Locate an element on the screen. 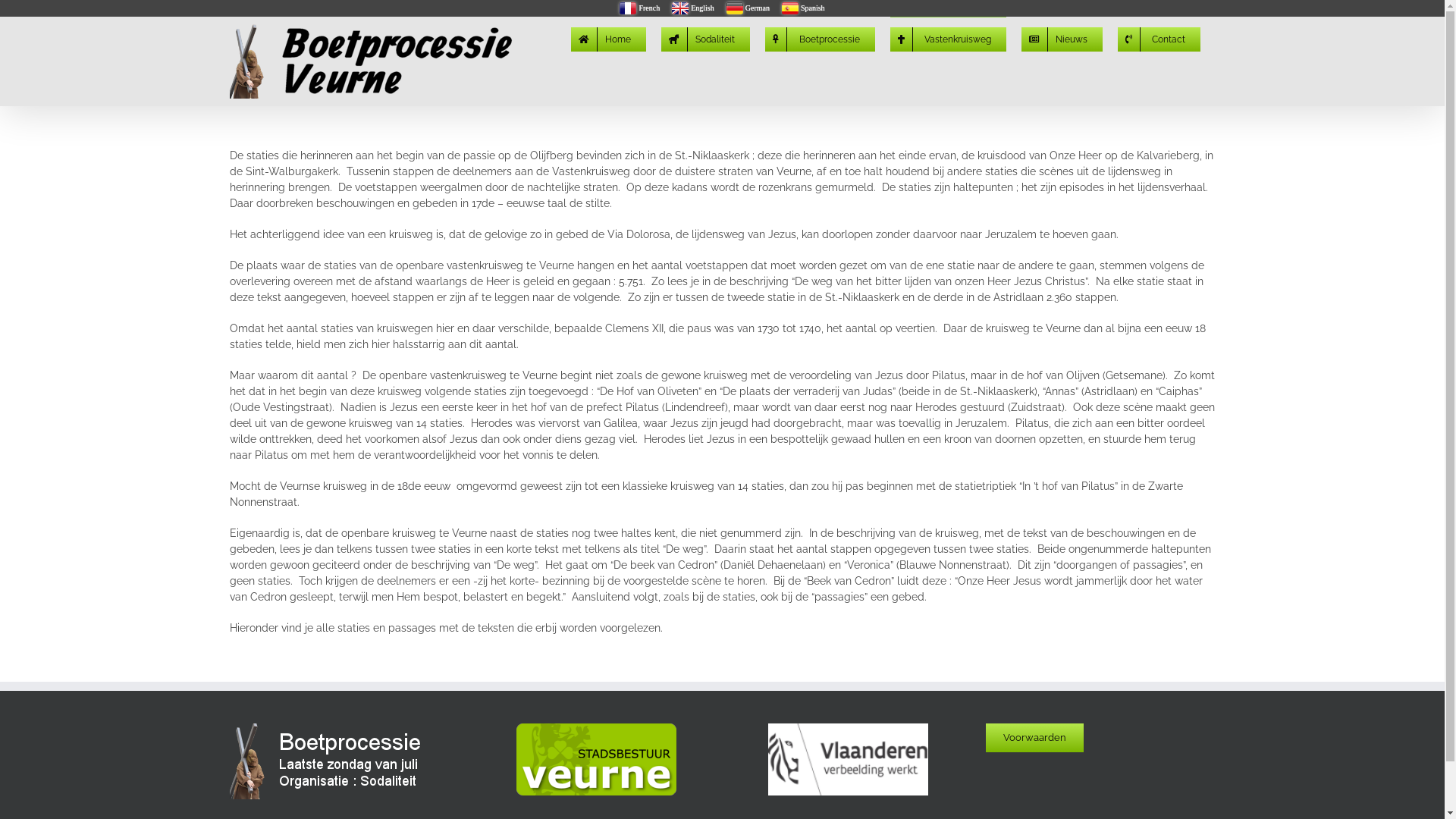  'Nieuws' is located at coordinates (1060, 37).